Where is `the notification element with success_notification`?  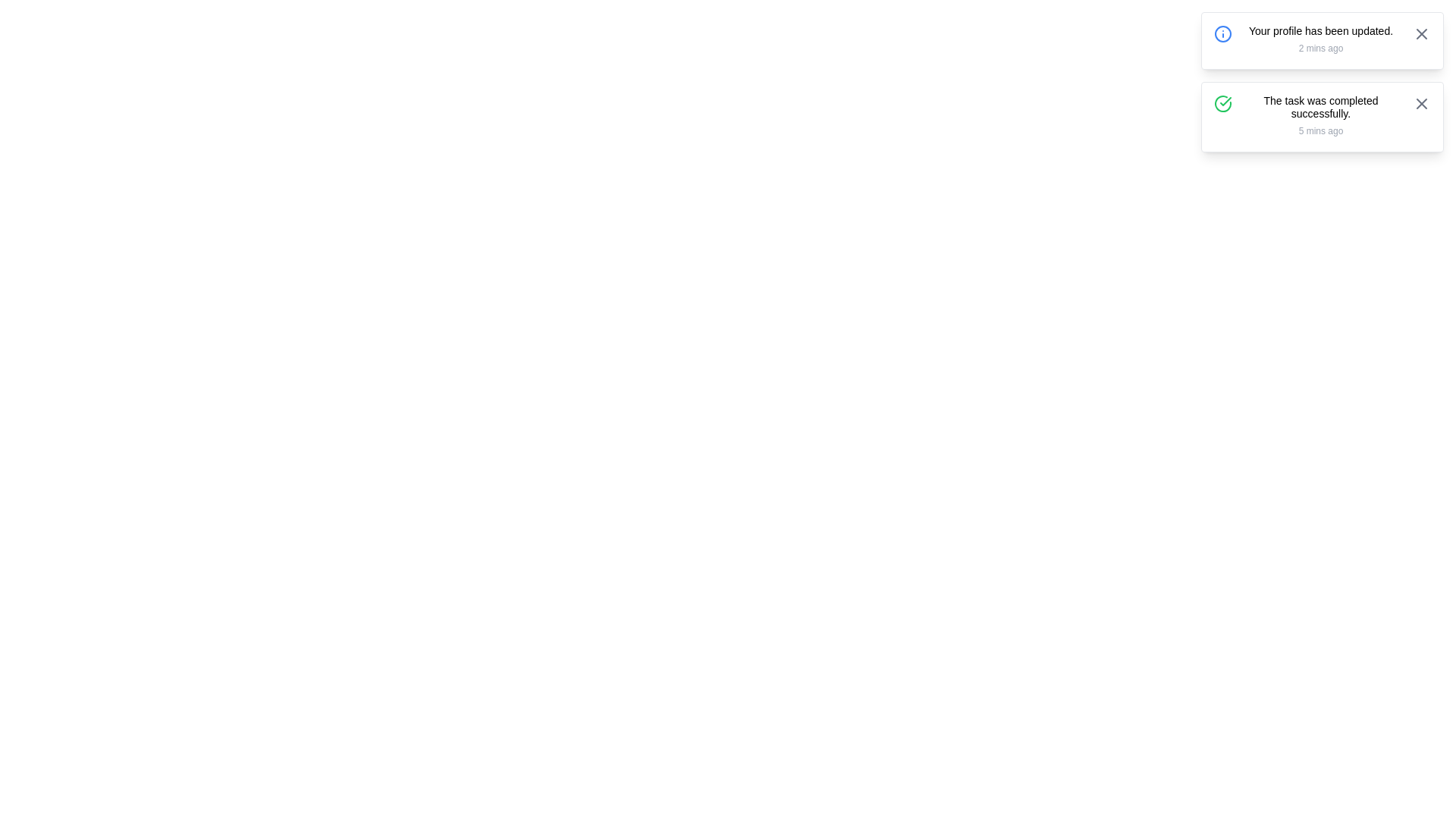
the notification element with success_notification is located at coordinates (1321, 116).